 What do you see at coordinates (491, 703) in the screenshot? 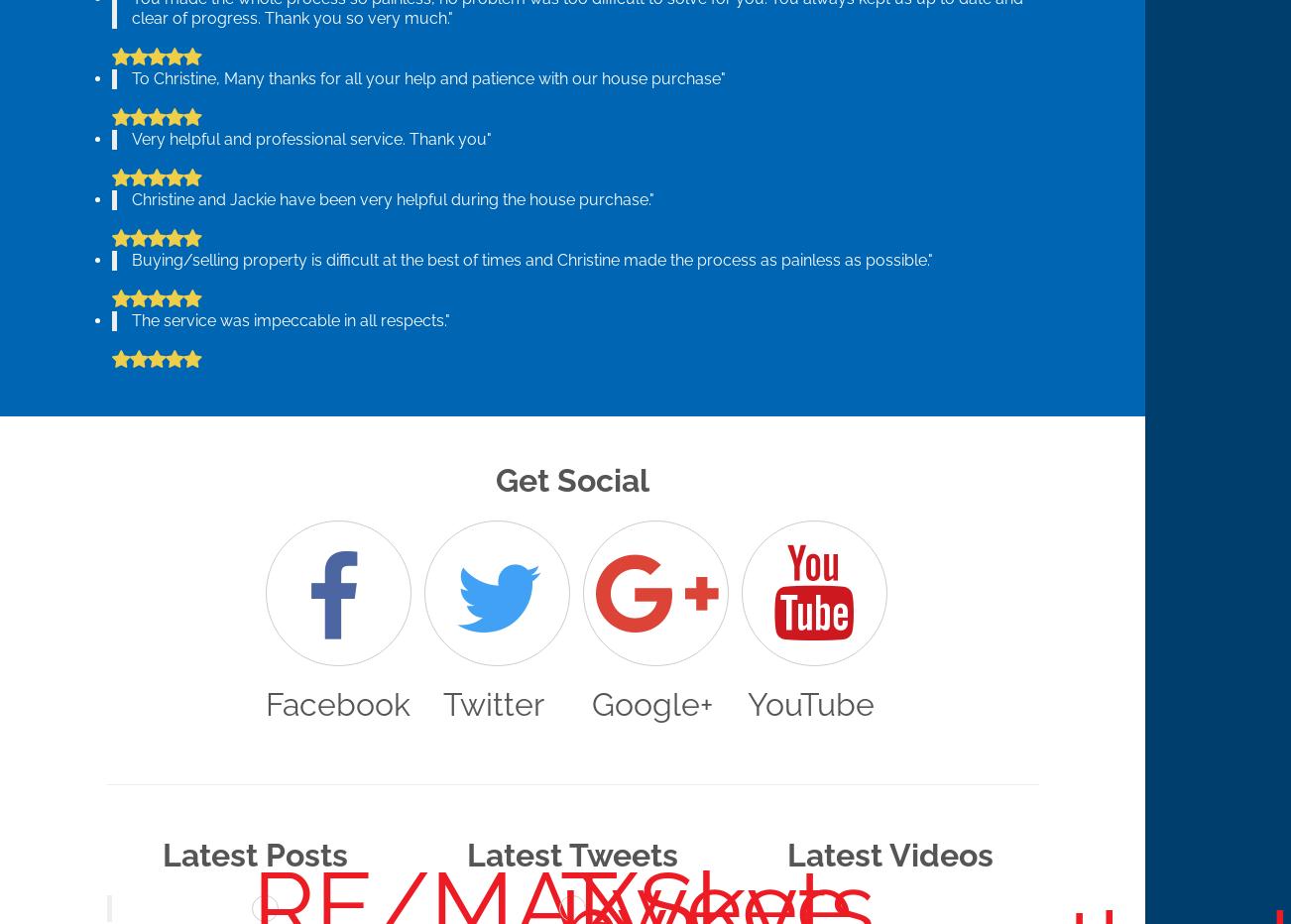
I see `'Twitter'` at bounding box center [491, 703].